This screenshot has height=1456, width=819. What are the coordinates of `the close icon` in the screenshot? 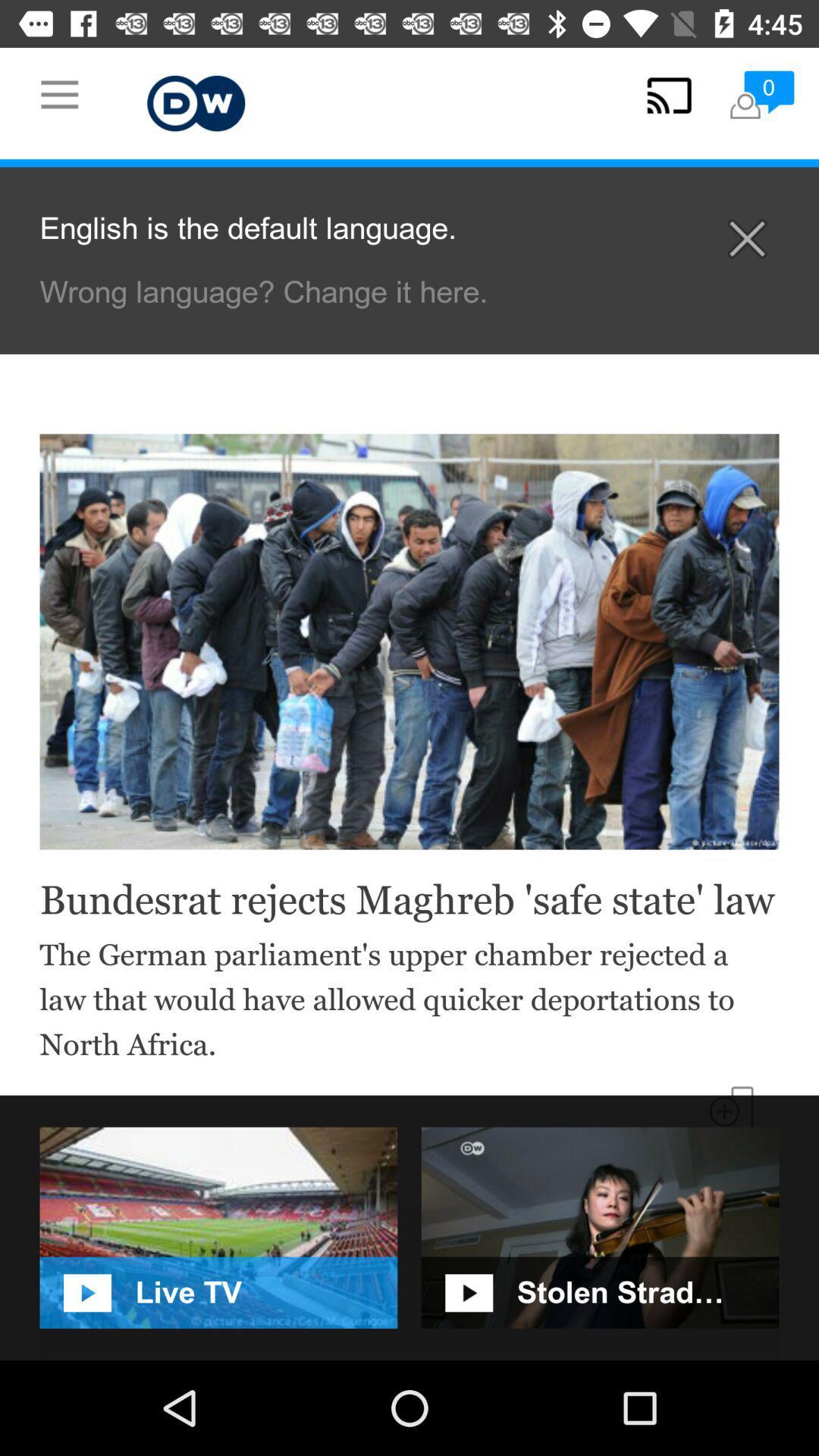 It's located at (746, 238).